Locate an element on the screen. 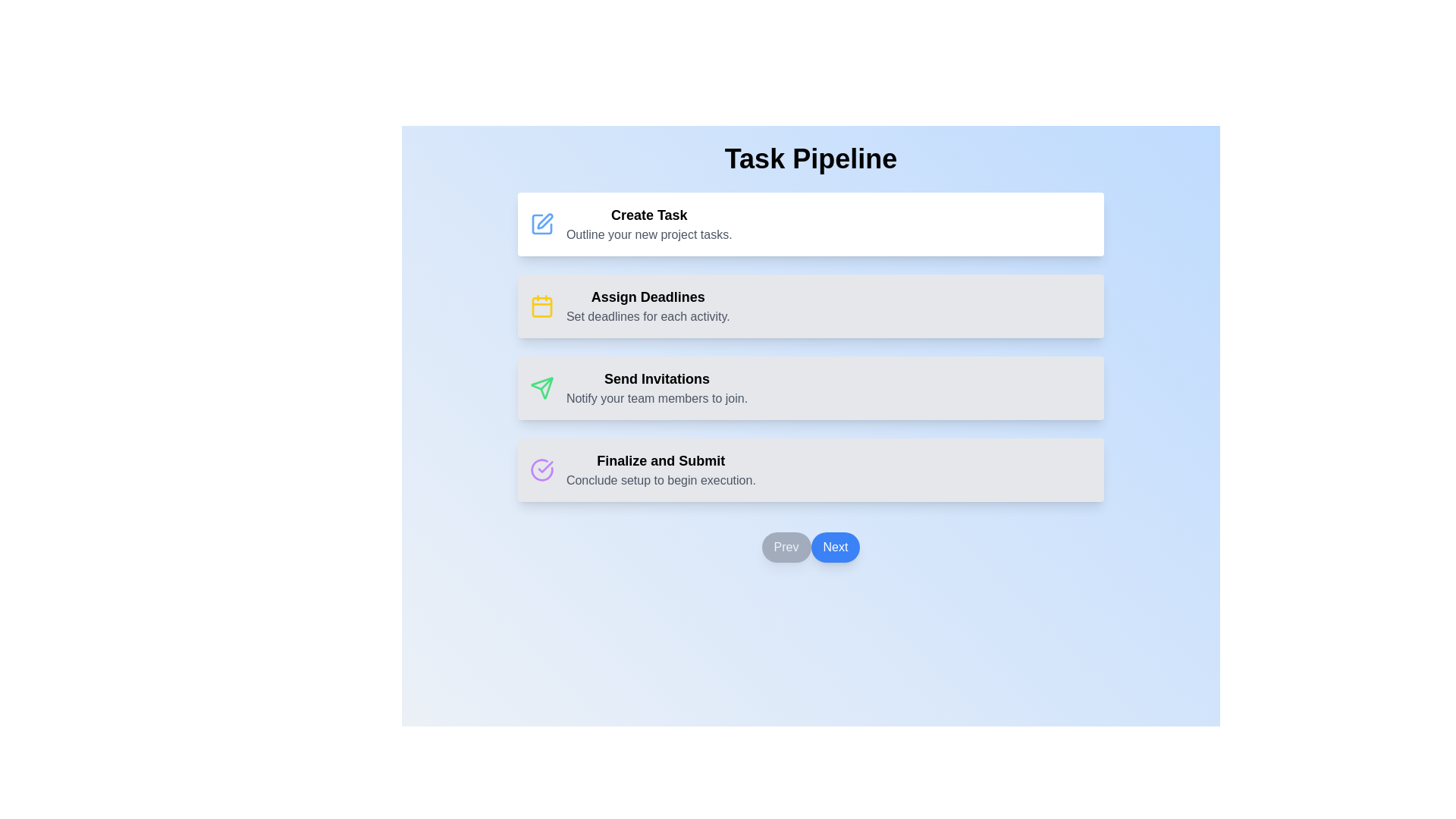 The height and width of the screenshot is (819, 1456). the 'Next' button, which is part of a button group with two buttons labeled 'Prev' and 'Next' is located at coordinates (810, 547).